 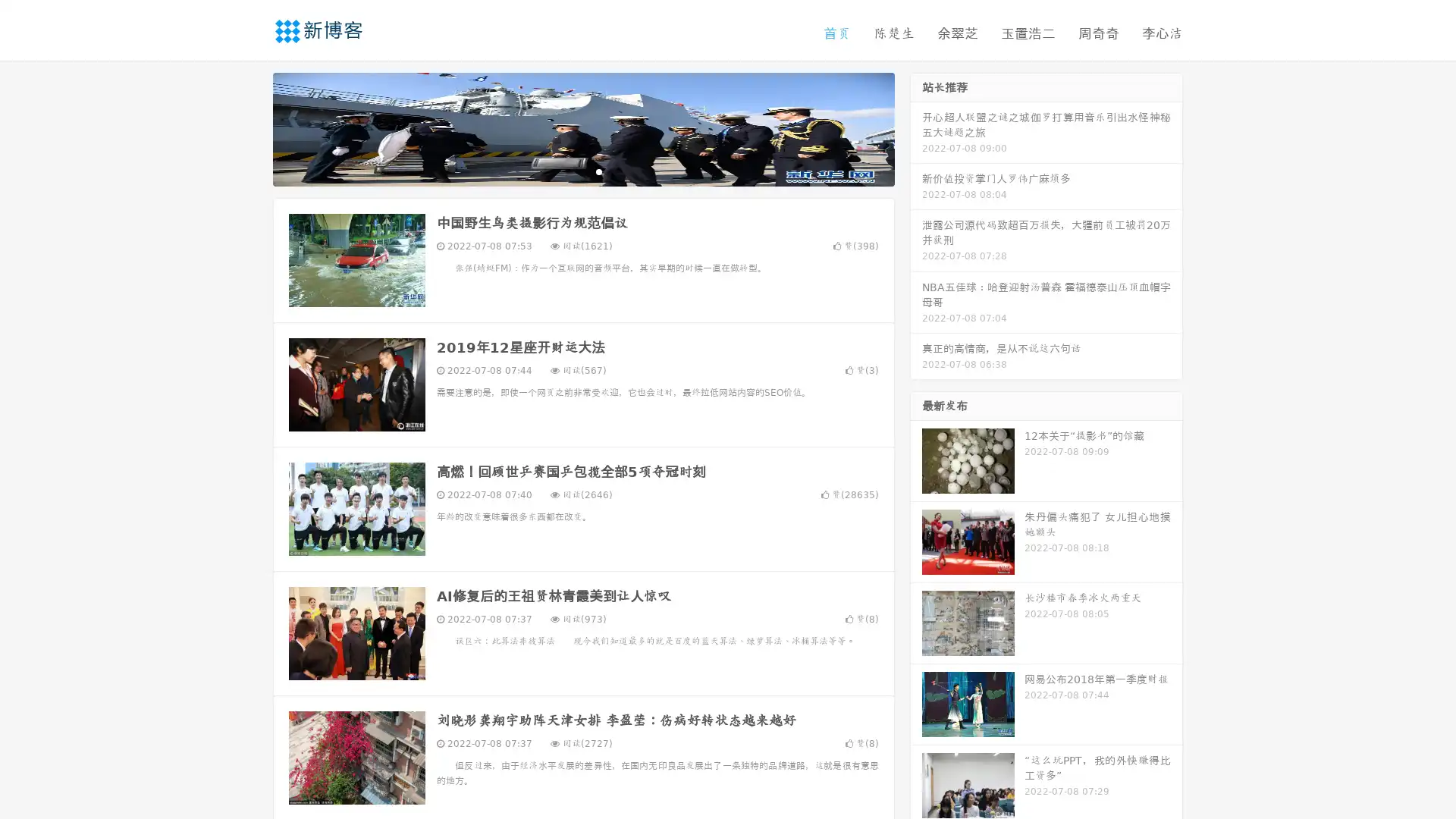 I want to click on Go to slide 2, so click(x=582, y=171).